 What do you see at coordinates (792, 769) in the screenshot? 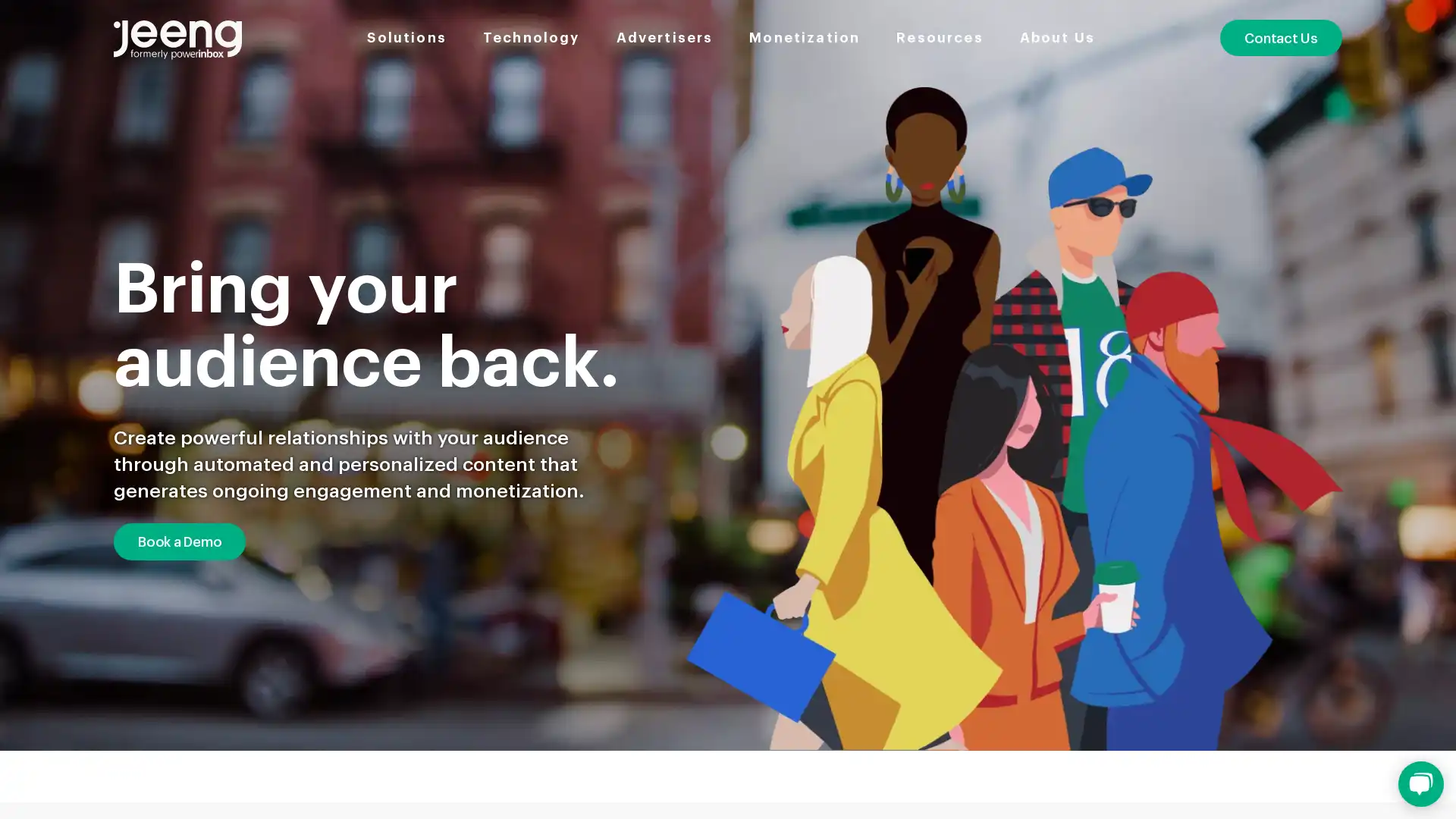
I see `Go to slide 4` at bounding box center [792, 769].